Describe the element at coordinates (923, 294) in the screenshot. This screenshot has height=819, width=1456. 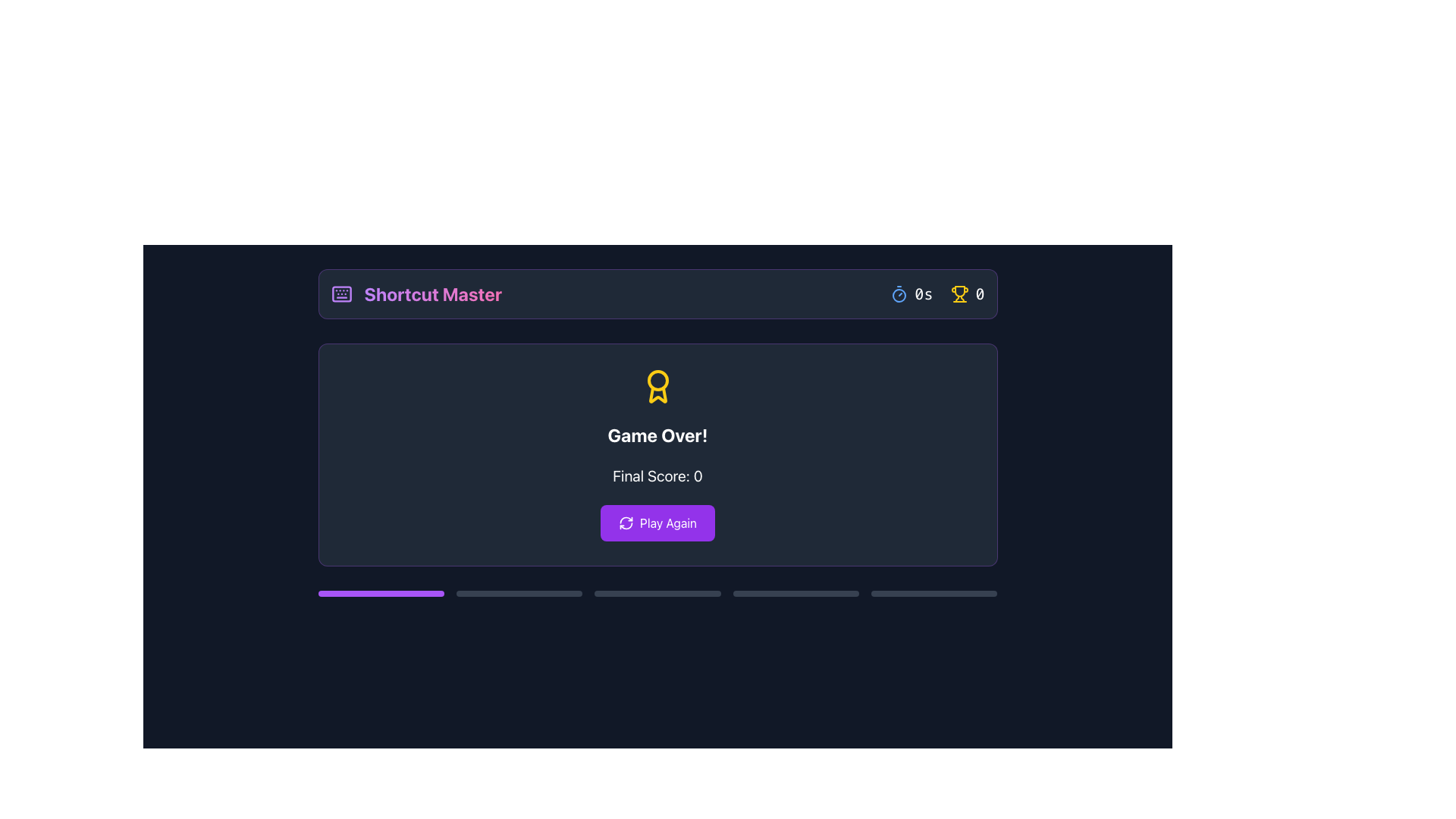
I see `the static text label displaying '0s', which is styled in white on a dark background and is the second item in a horizontal layout of metrics or timers` at that location.